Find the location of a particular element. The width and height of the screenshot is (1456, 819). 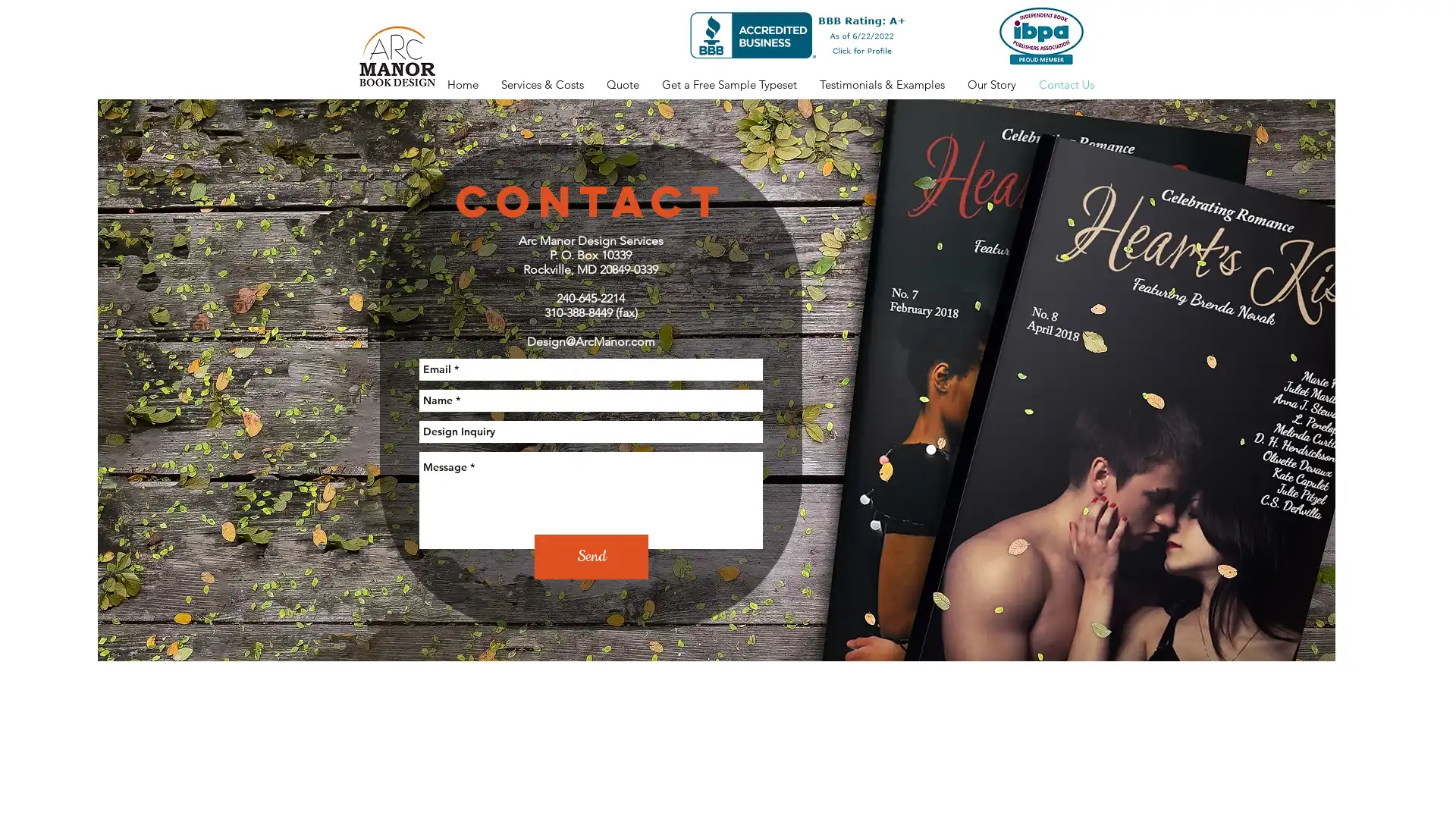

Send is located at coordinates (590, 557).